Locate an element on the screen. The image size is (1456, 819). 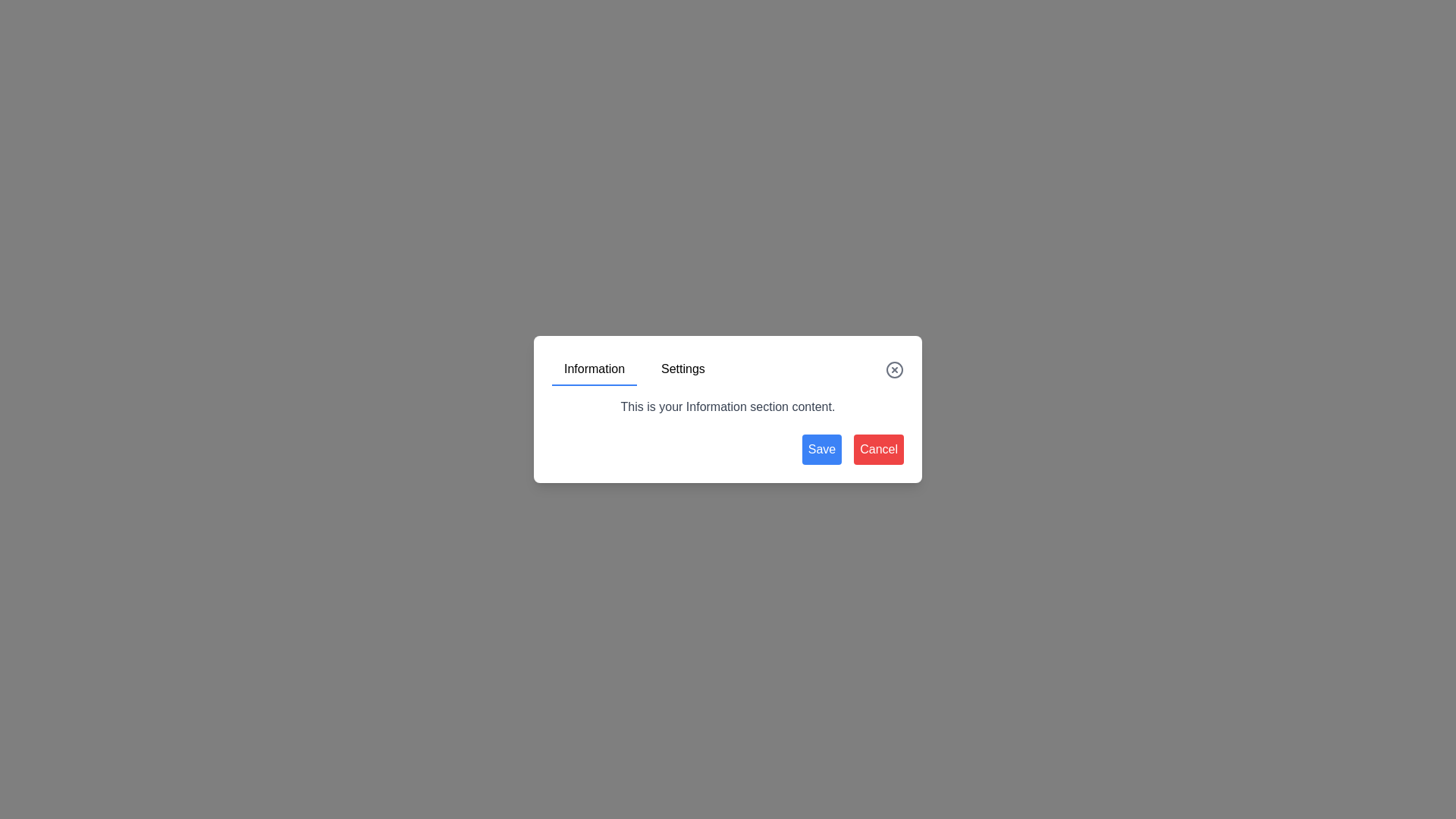
the 'Cancel' button with a red background and white text, located in the bottom-right corner of the modal dialog is located at coordinates (879, 449).